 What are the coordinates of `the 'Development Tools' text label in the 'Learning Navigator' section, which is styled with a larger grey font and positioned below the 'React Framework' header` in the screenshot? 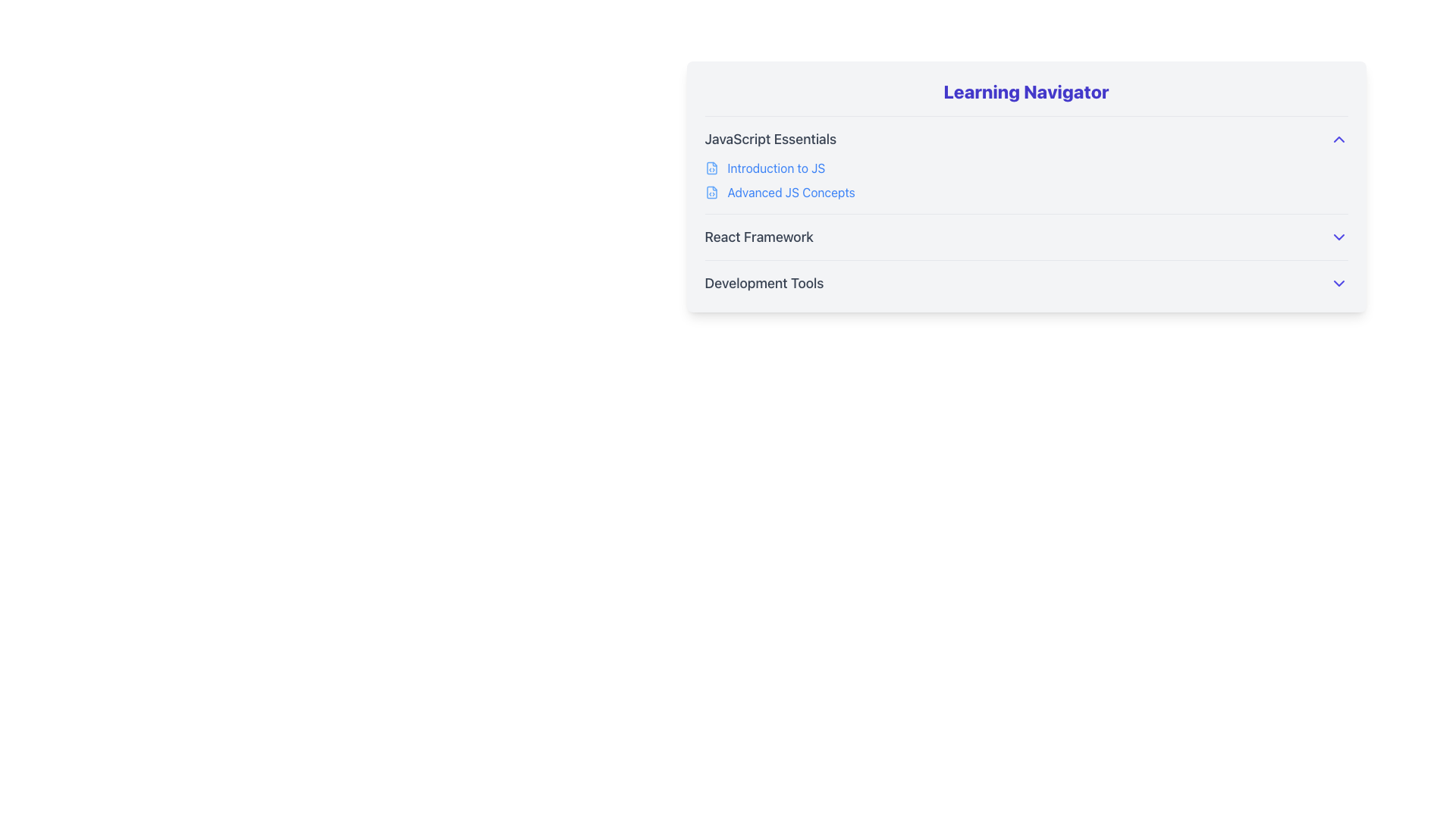 It's located at (764, 284).